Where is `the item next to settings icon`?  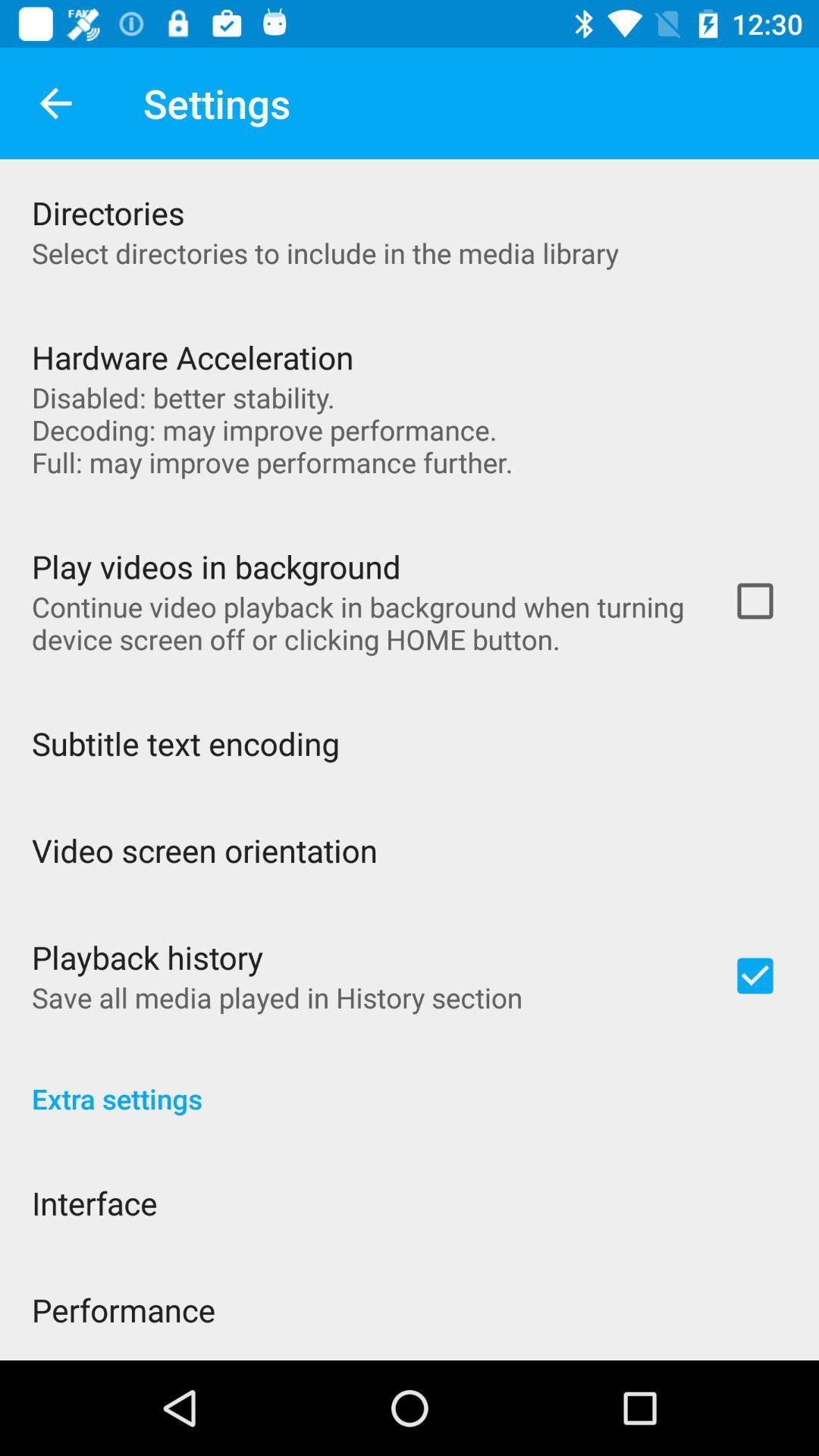 the item next to settings icon is located at coordinates (55, 102).